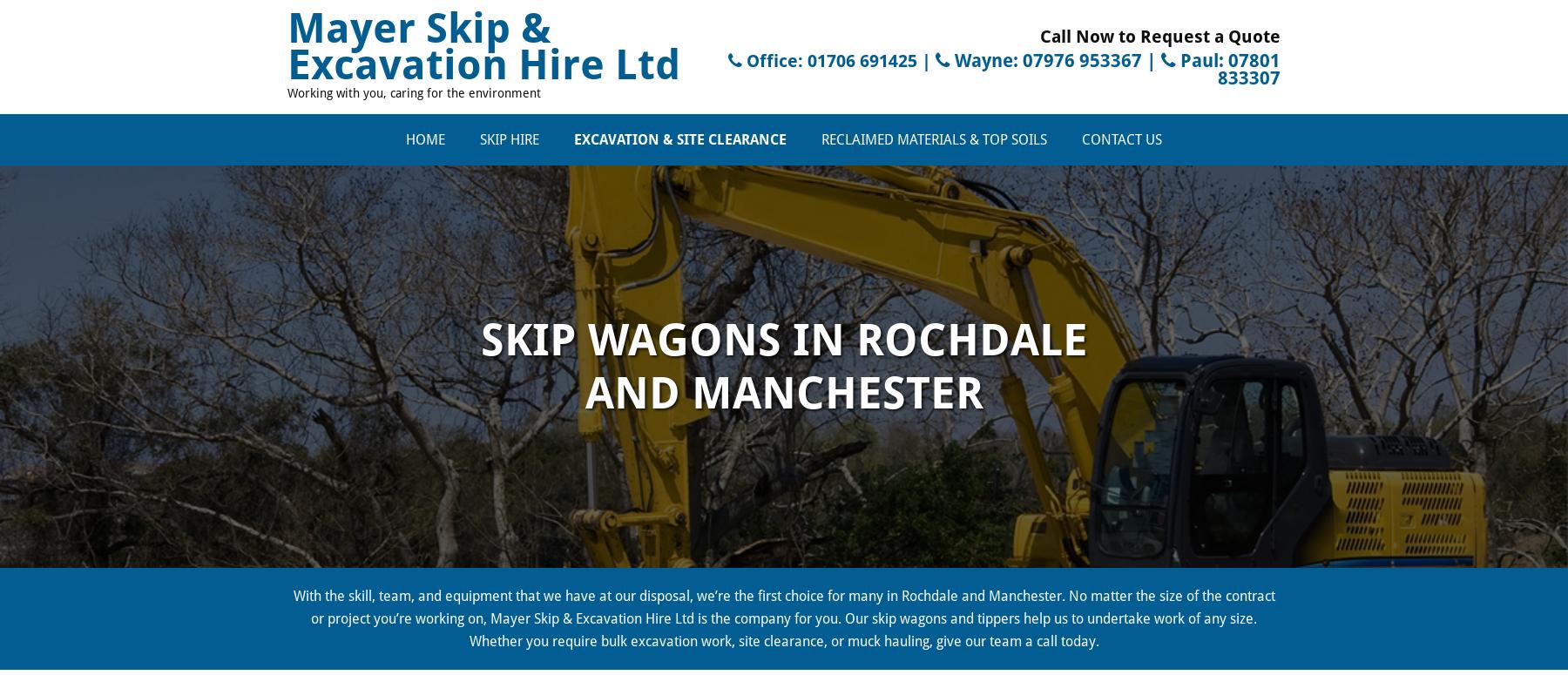  What do you see at coordinates (783, 618) in the screenshot?
I see `'With the skill, team, and equipment that we have at our disposal, we’re the first choice for many in Rochdale and Manchester. No matter the size of the contract or project you’re working on, Mayer Skip & Excavation Hire Ltd is the company for you. Our skip wagons and tippers help us to undertake work of any size. Whether you require bulk excavation work, site clearance, or muck hauling, give our team a call today.'` at bounding box center [783, 618].